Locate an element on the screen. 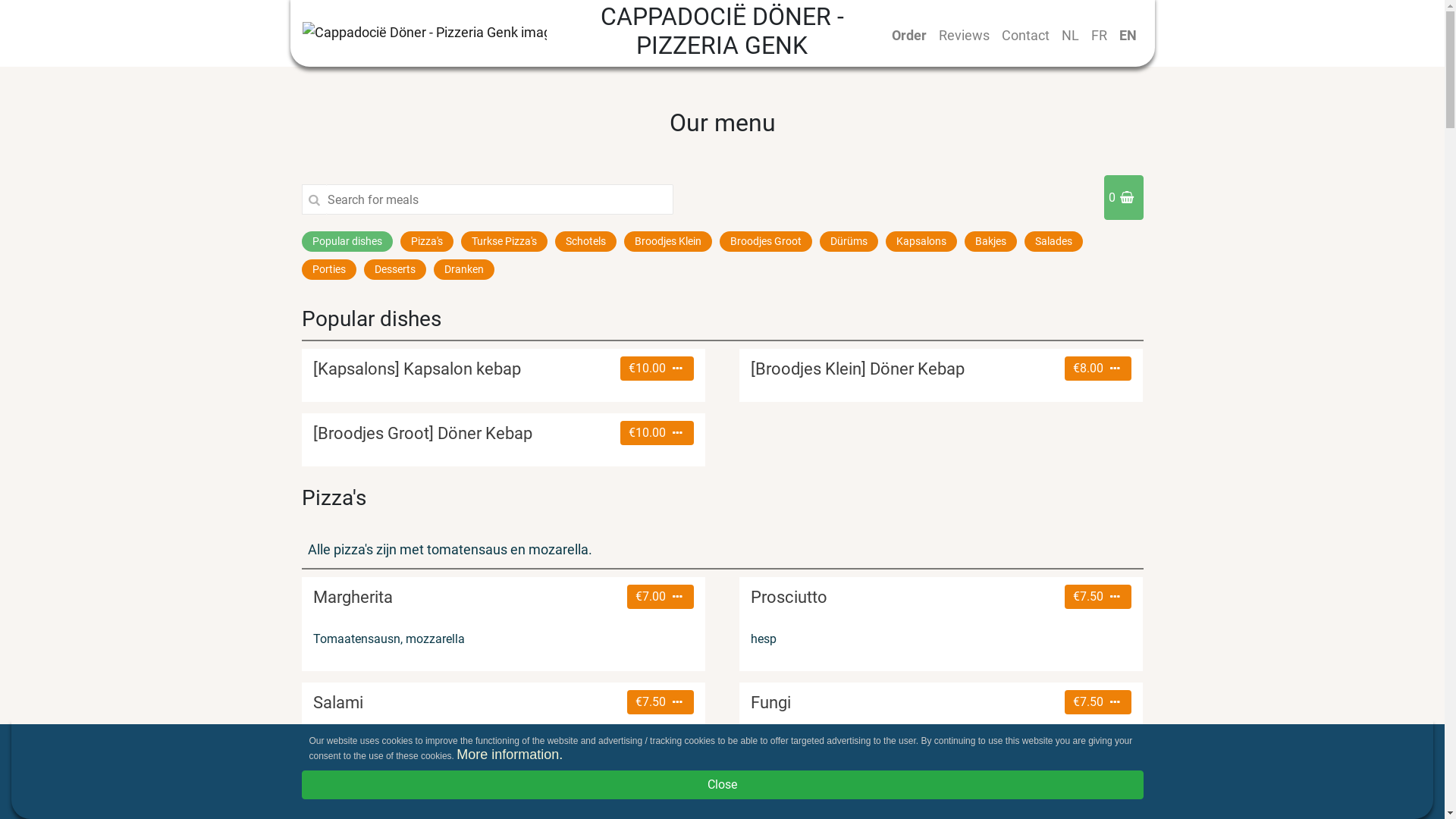  'More information.' is located at coordinates (510, 755).